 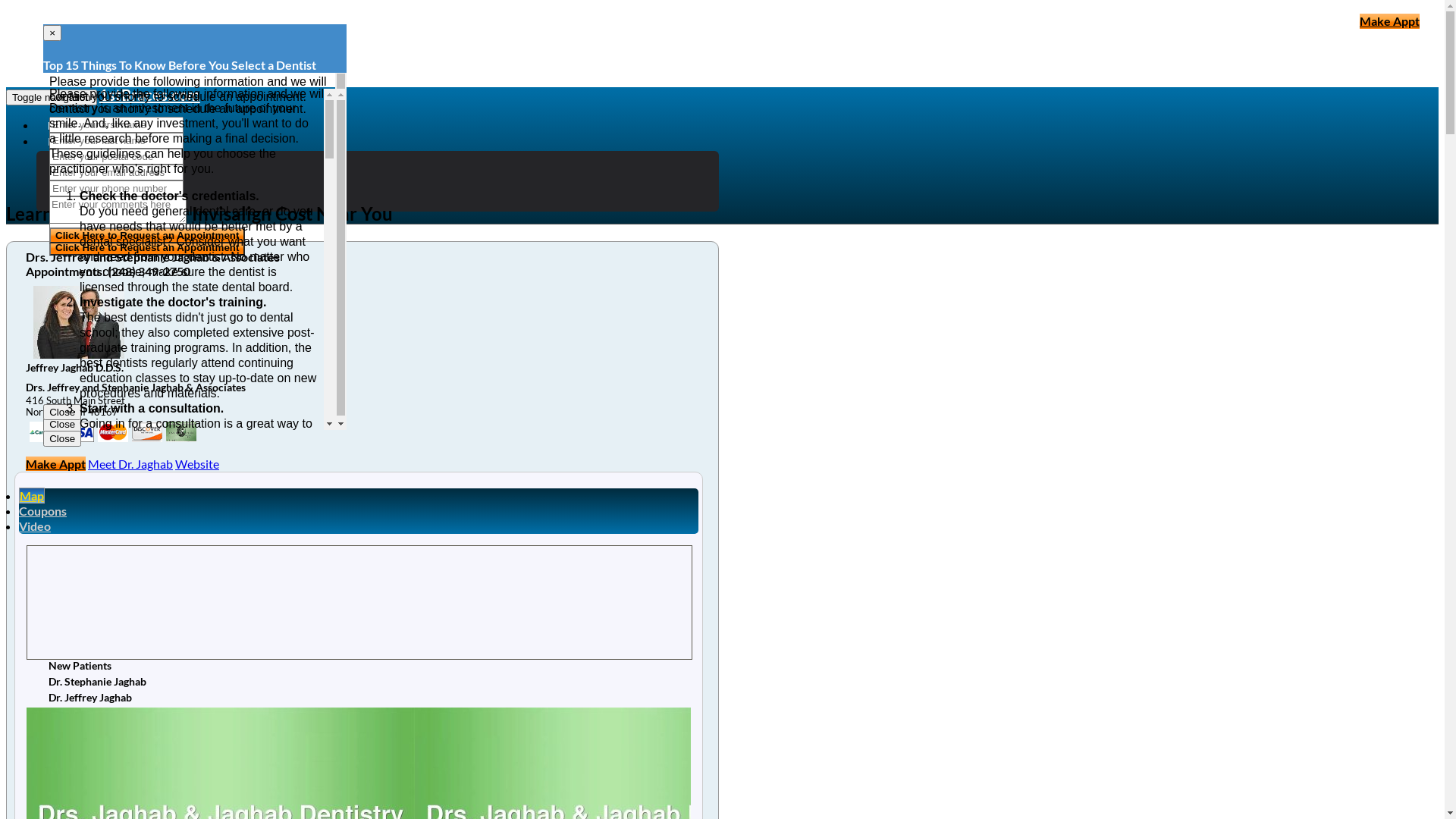 What do you see at coordinates (181, 431) in the screenshot?
I see `'my title'` at bounding box center [181, 431].